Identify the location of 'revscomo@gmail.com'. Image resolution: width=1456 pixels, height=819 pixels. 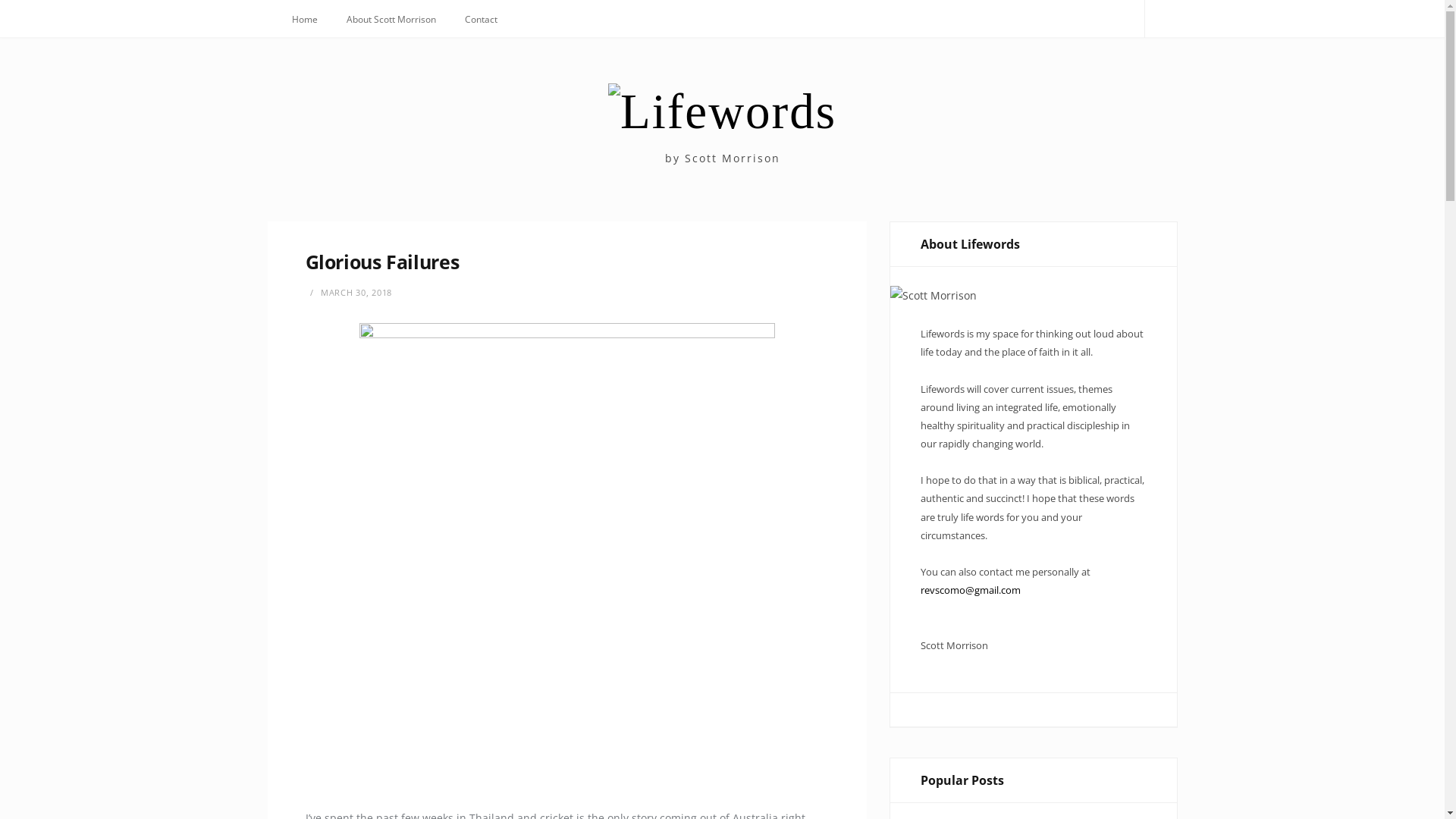
(920, 589).